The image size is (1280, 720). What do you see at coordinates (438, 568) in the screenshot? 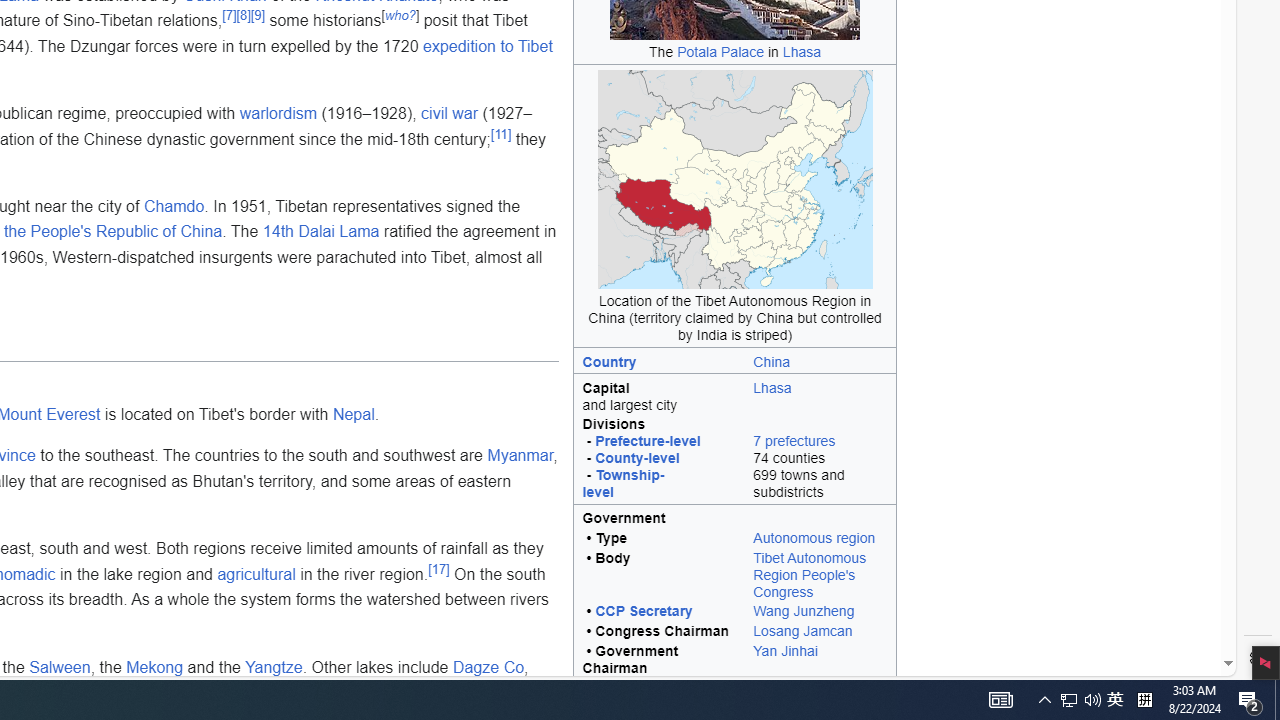
I see `'[17]'` at bounding box center [438, 568].